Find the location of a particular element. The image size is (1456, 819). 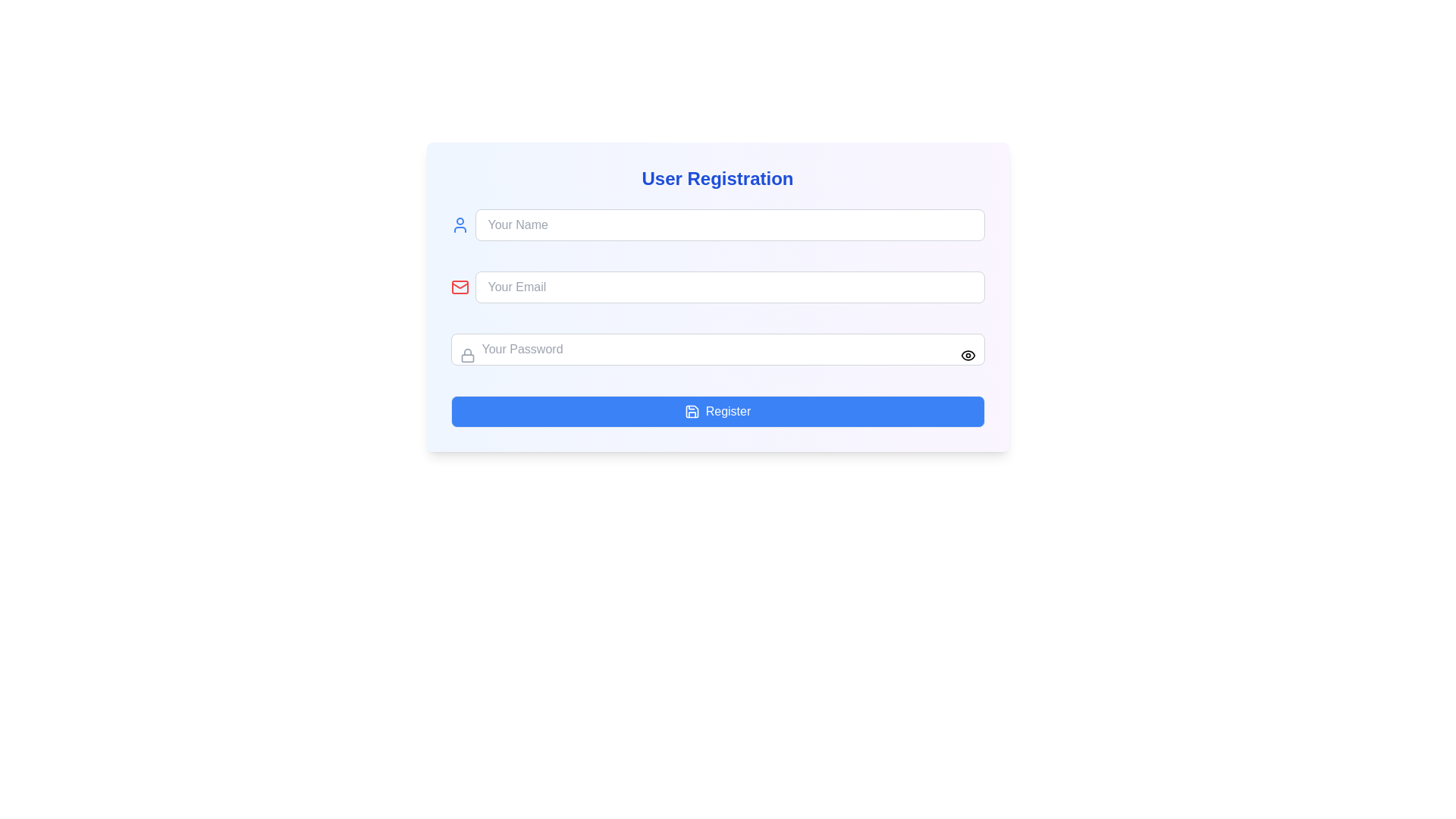

the red mail icon, which serves as the main rectangular base of the mail icon, situated to the left of the 'Your Email' input field label is located at coordinates (459, 287).